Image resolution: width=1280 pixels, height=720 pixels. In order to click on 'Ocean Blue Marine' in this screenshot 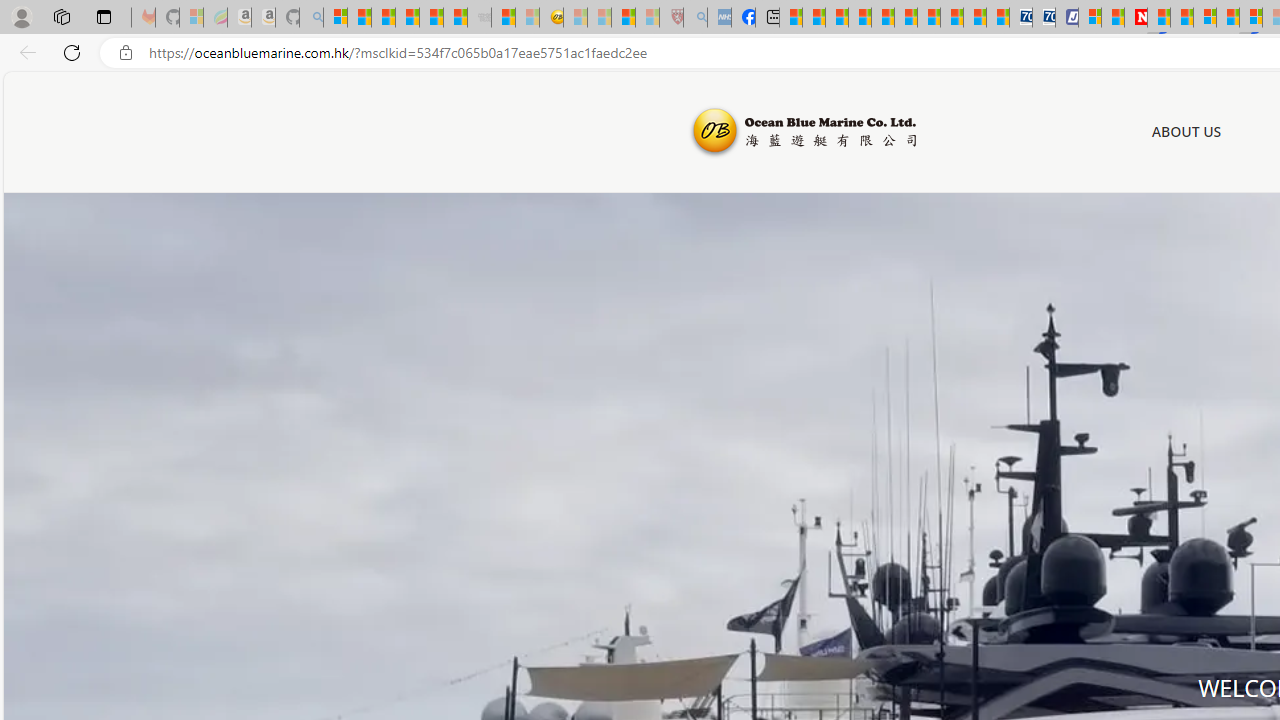, I will do `click(801, 132)`.